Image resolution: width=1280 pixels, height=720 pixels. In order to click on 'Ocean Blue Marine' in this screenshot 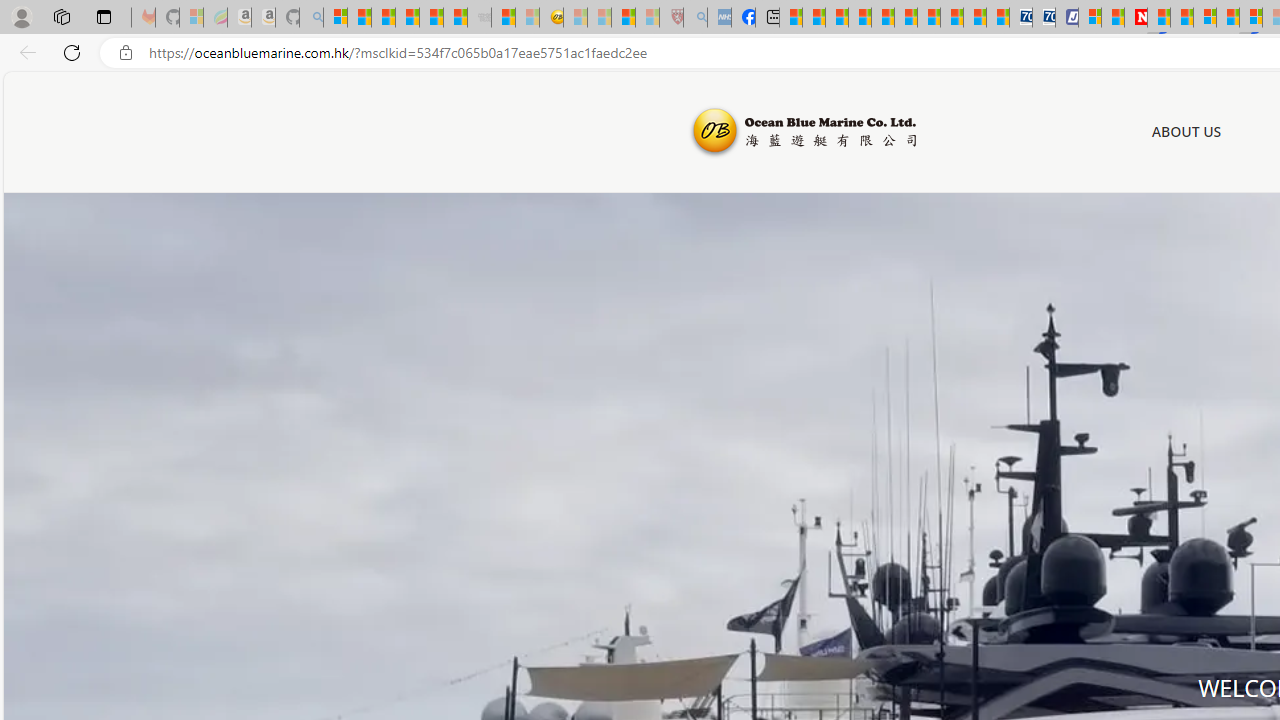, I will do `click(801, 132)`.